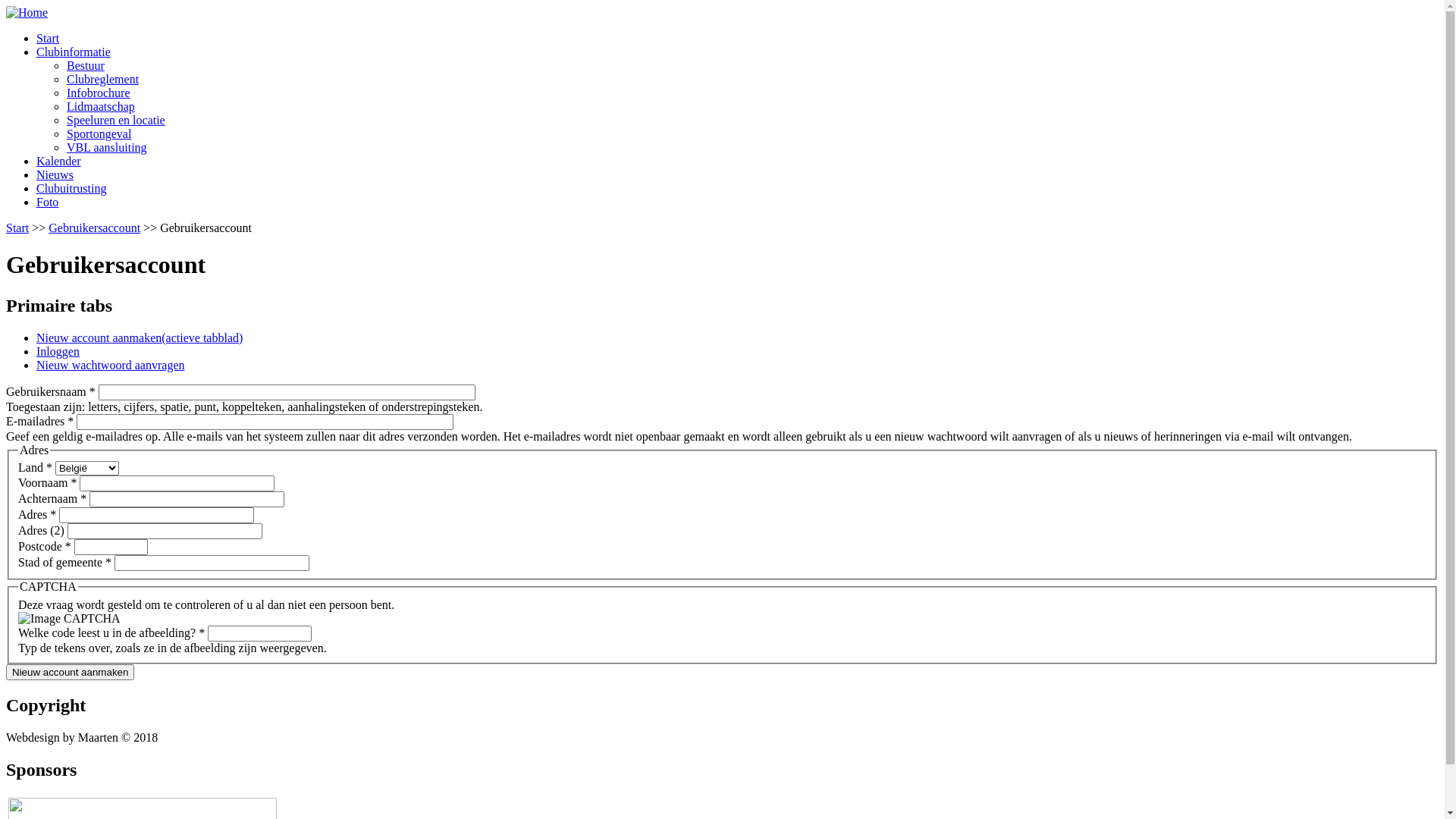  I want to click on 'Sportongeval', so click(98, 133).